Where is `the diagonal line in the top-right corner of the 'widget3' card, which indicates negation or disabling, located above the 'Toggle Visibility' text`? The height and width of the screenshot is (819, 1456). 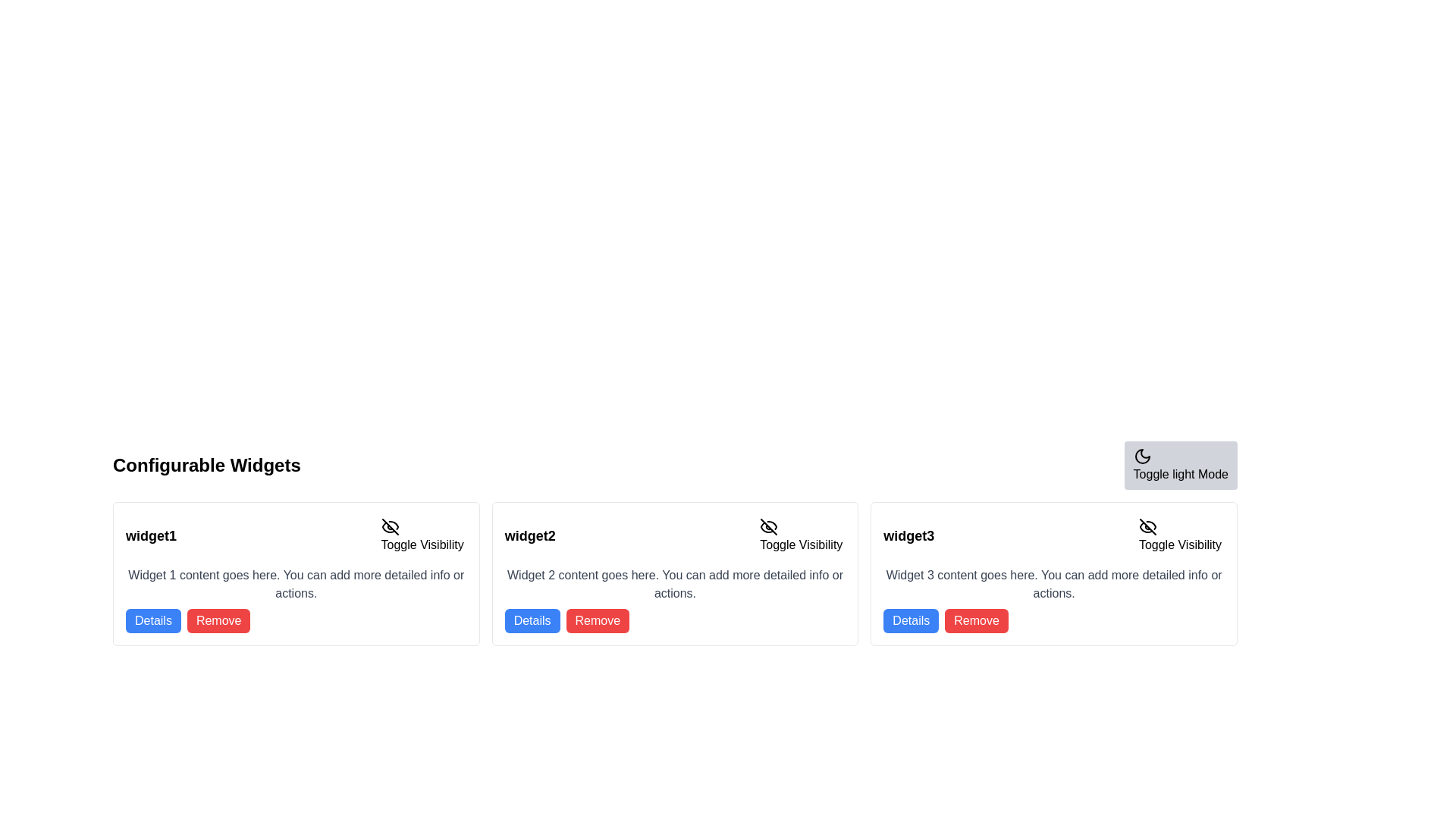 the diagonal line in the top-right corner of the 'widget3' card, which indicates negation or disabling, located above the 'Toggle Visibility' text is located at coordinates (1147, 526).